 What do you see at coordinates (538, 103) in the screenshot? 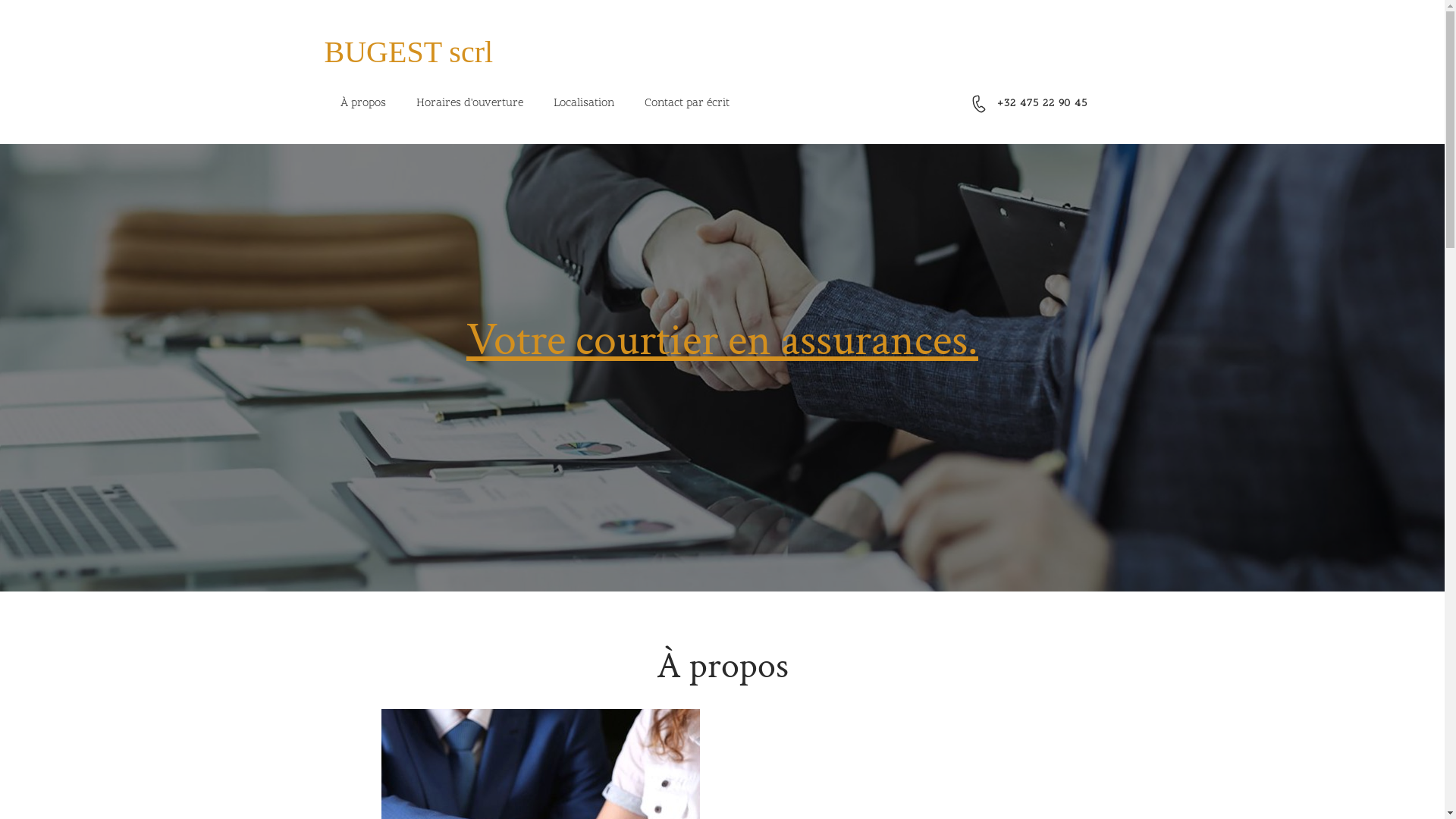
I see `'Localisation'` at bounding box center [538, 103].